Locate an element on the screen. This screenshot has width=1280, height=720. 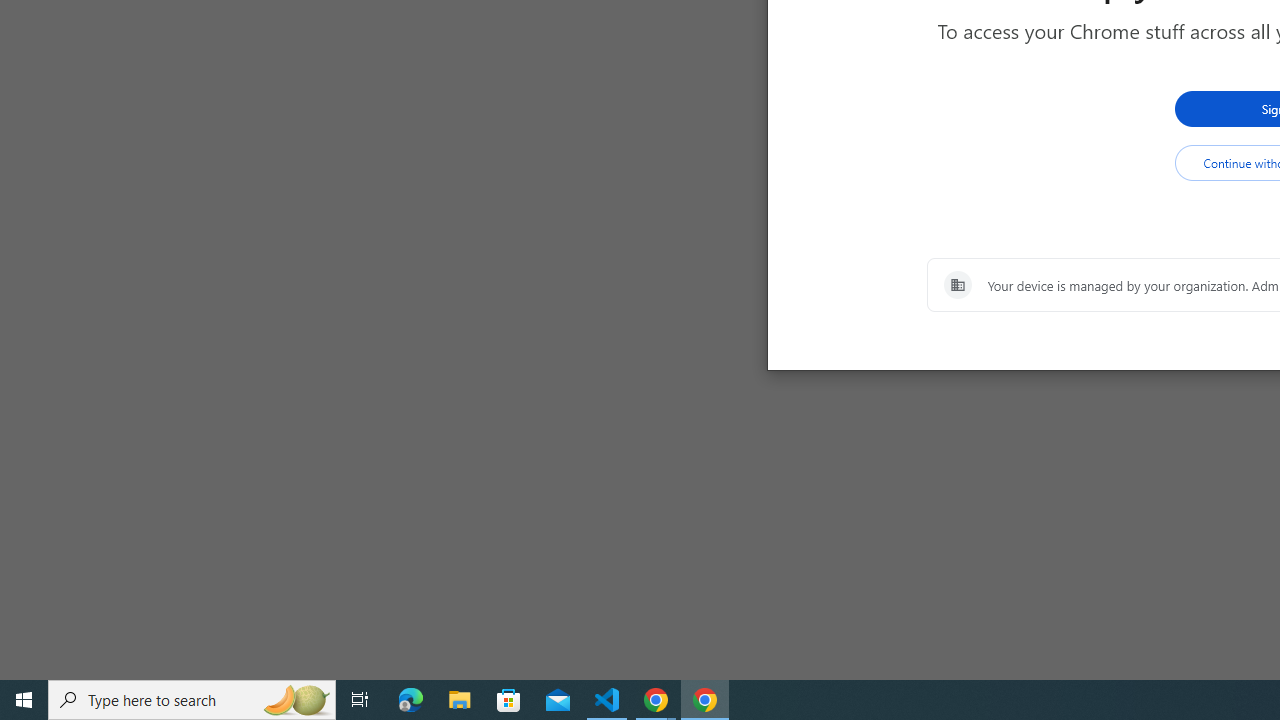
'Google Chrome - 1 running window' is located at coordinates (705, 698).